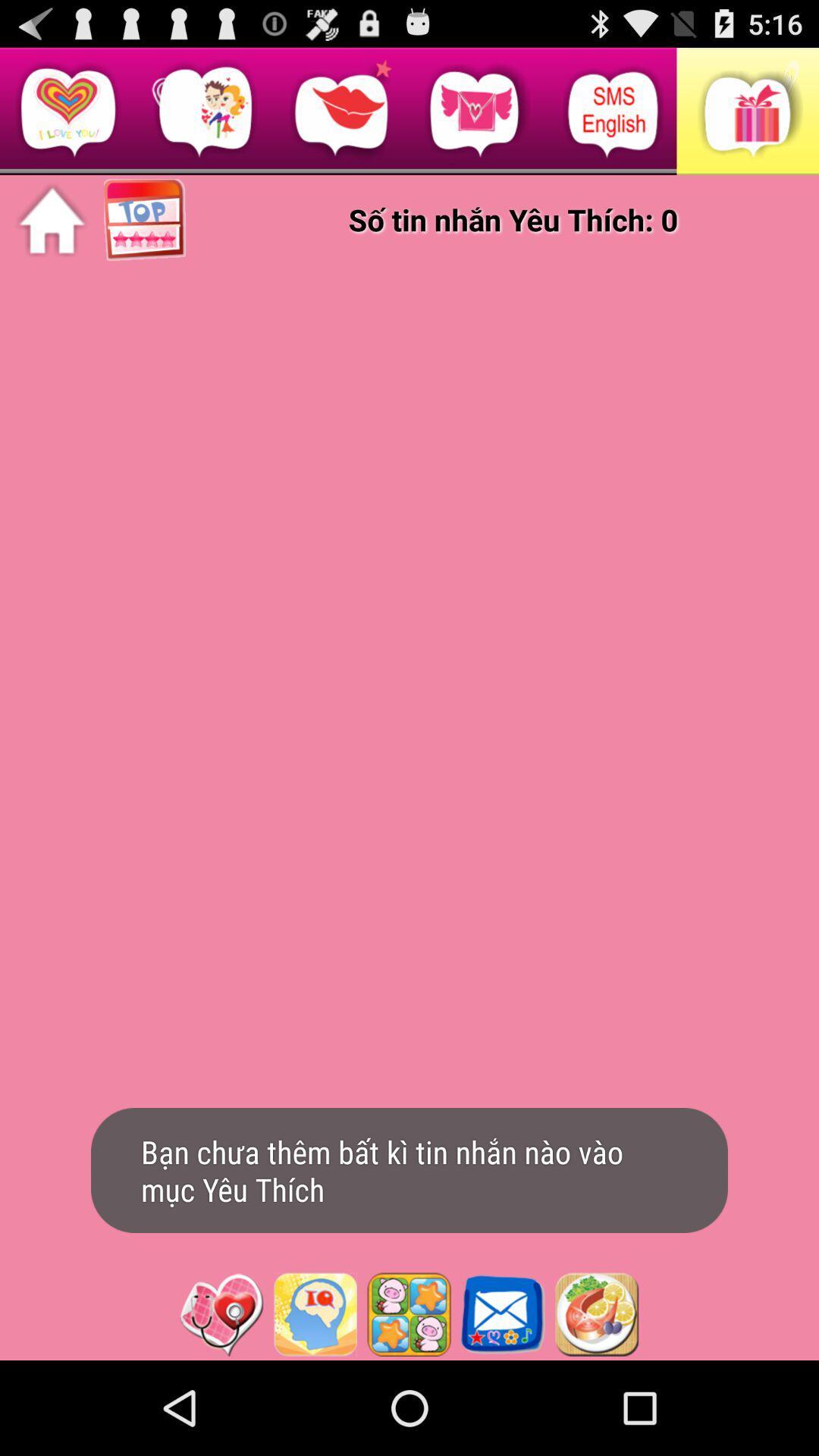 Image resolution: width=819 pixels, height=1456 pixels. What do you see at coordinates (51, 220) in the screenshot?
I see `main menu` at bounding box center [51, 220].